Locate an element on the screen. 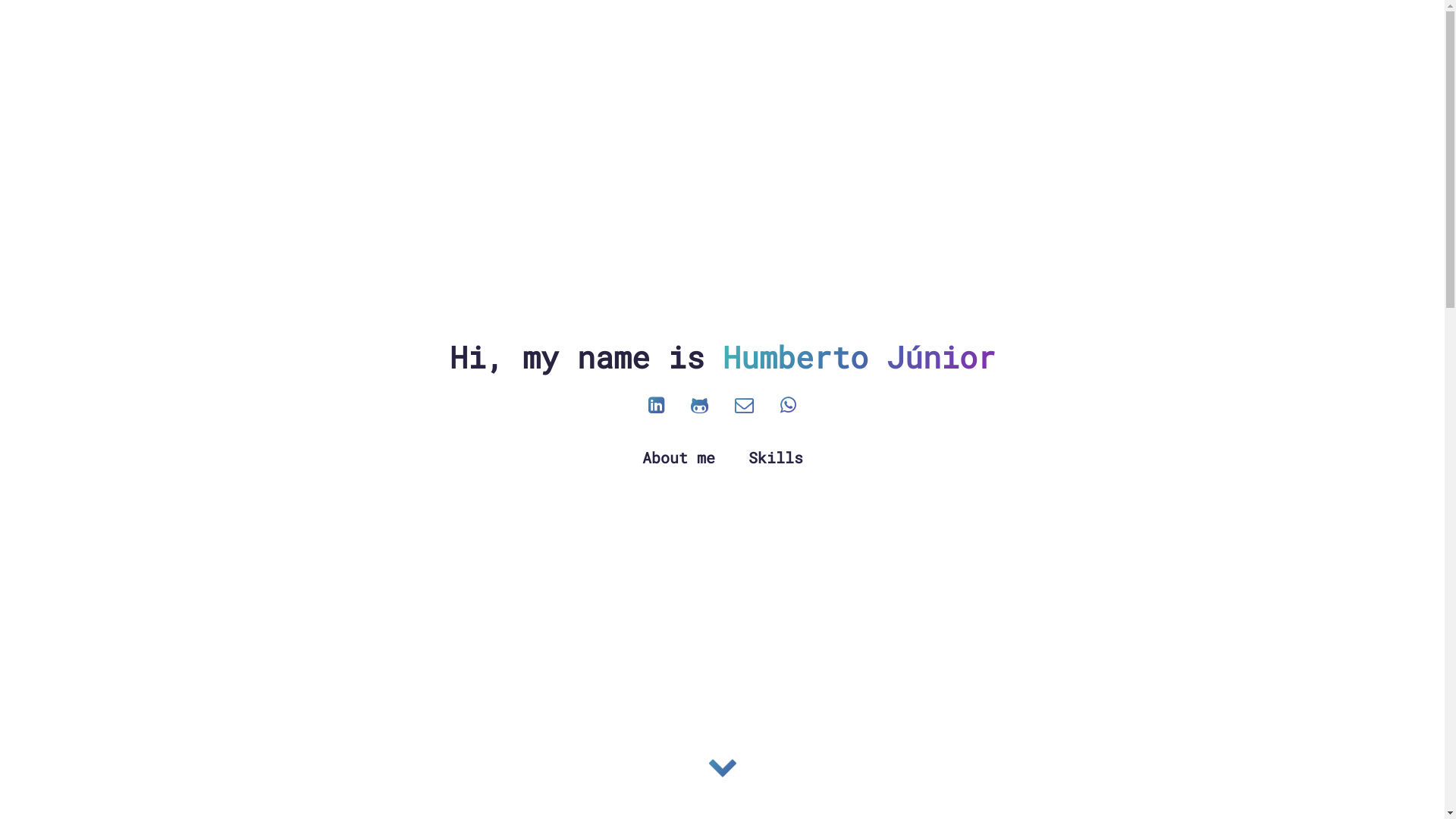 The height and width of the screenshot is (819, 1456). 'Skills' is located at coordinates (775, 456).